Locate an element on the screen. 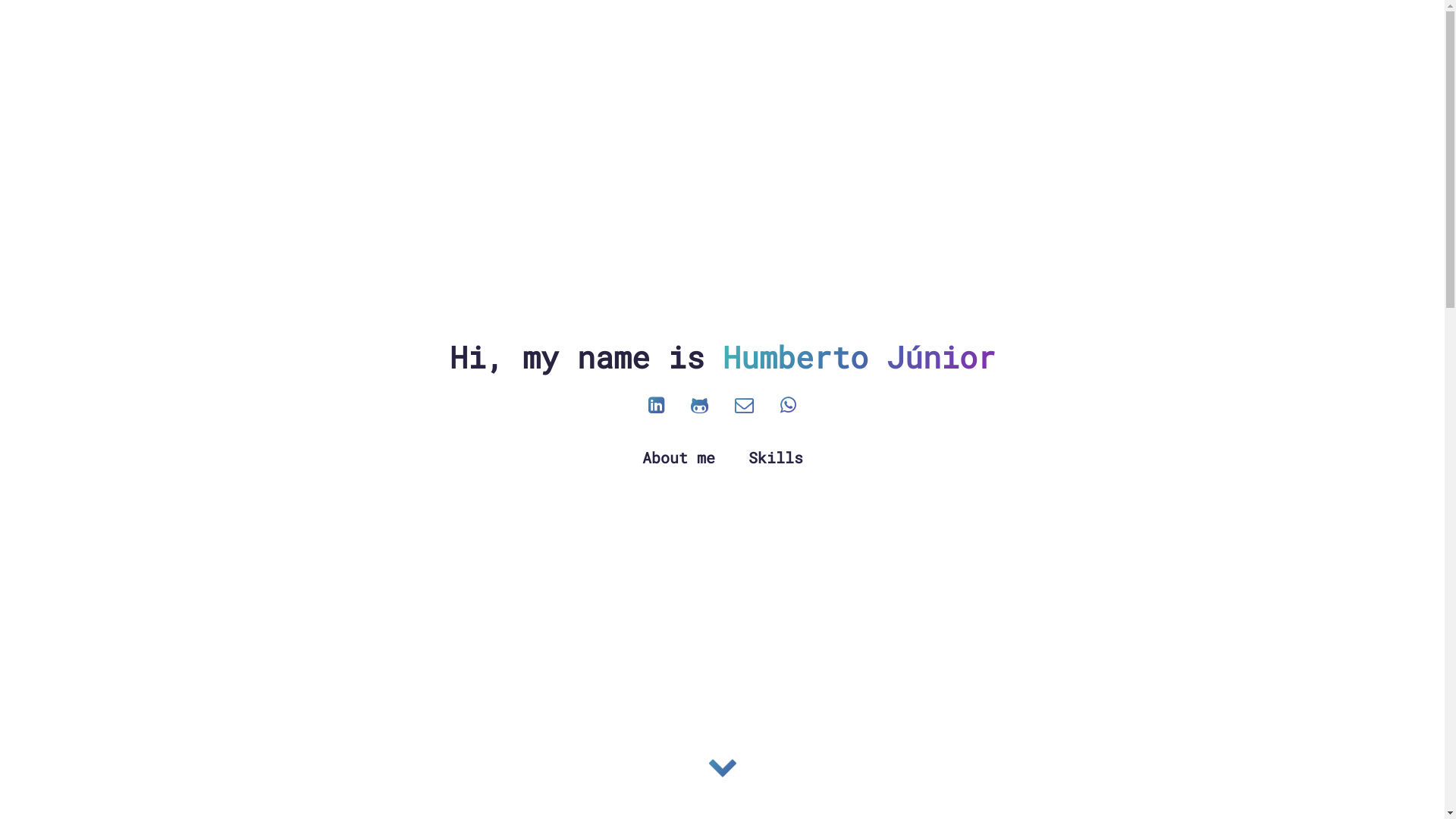 The height and width of the screenshot is (819, 1456). 'Skills' is located at coordinates (775, 456).